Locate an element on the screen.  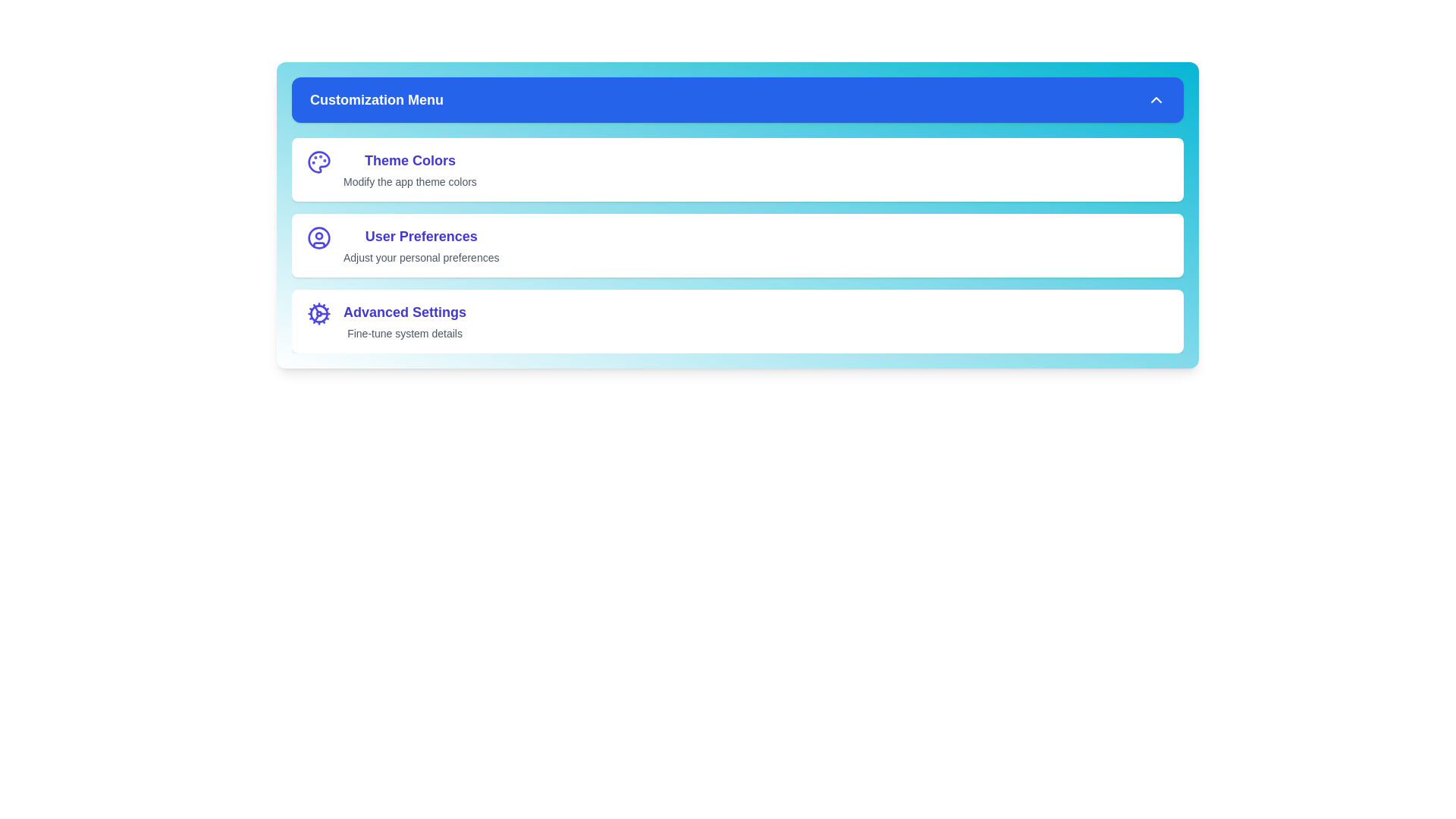
the customization option labeled User Preferences is located at coordinates (738, 245).